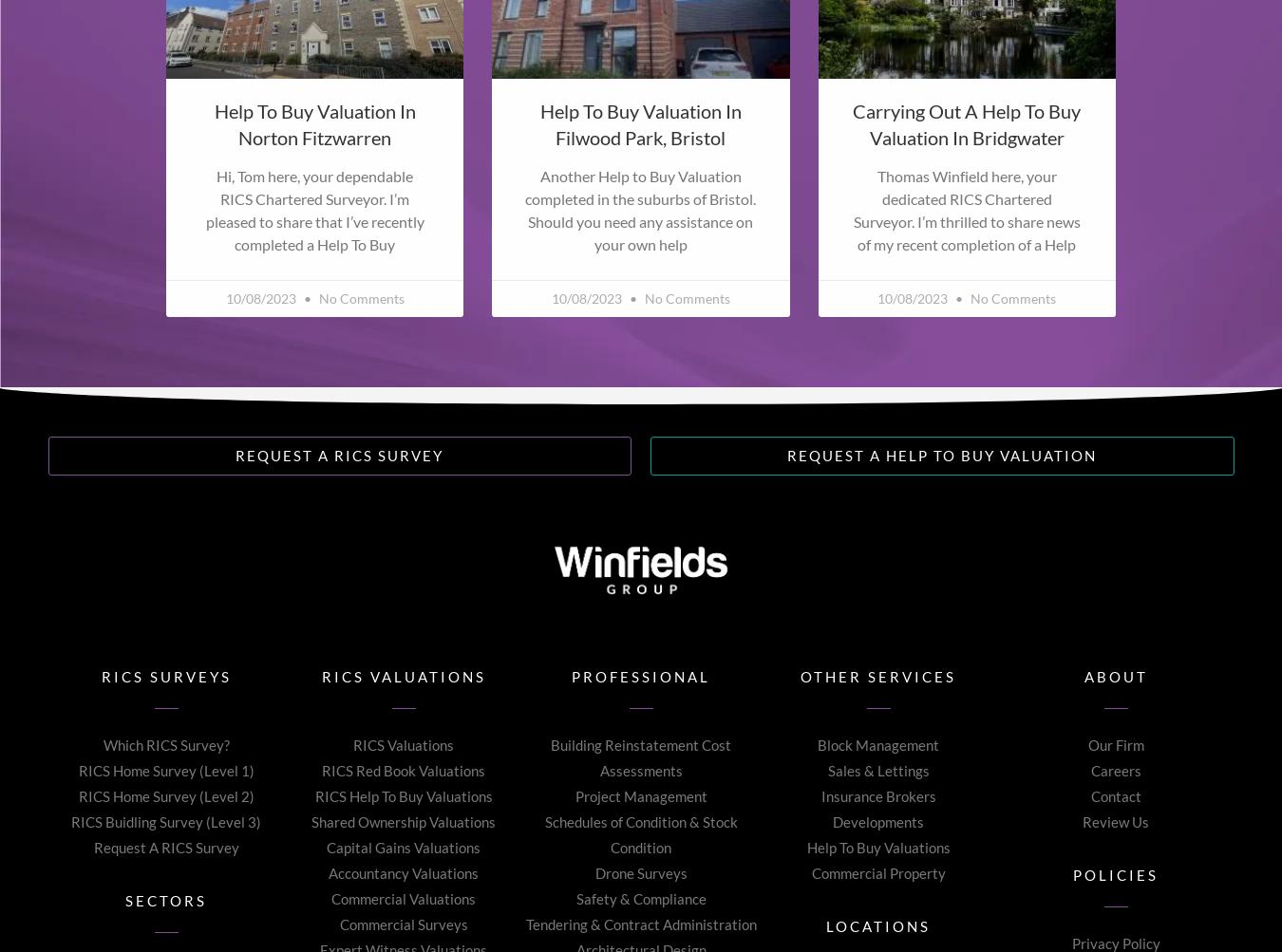 The height and width of the screenshot is (952, 1282). I want to click on 'RICS Home Survey (Level 2)', so click(165, 796).